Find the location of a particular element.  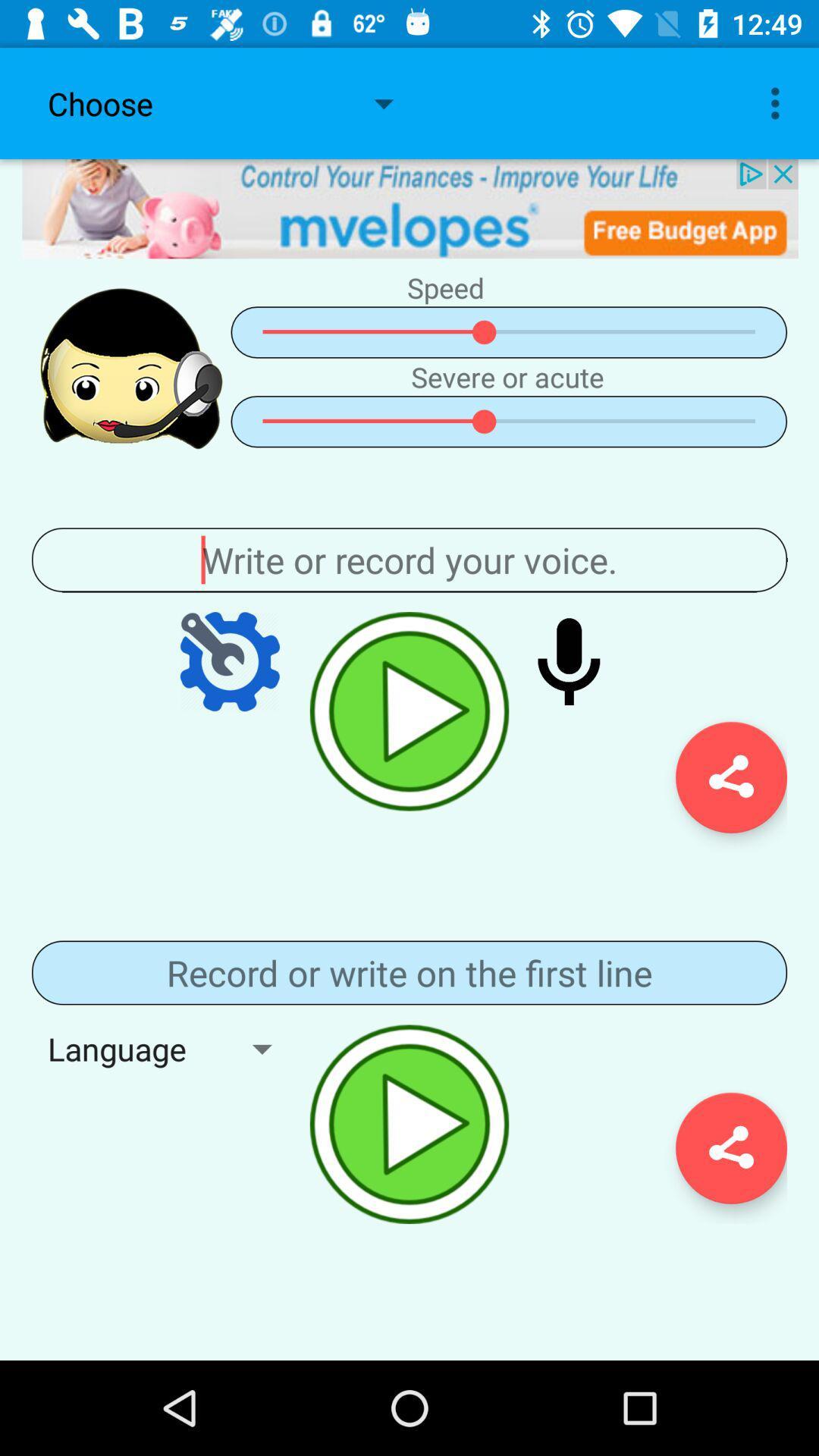

the share icon is located at coordinates (730, 777).